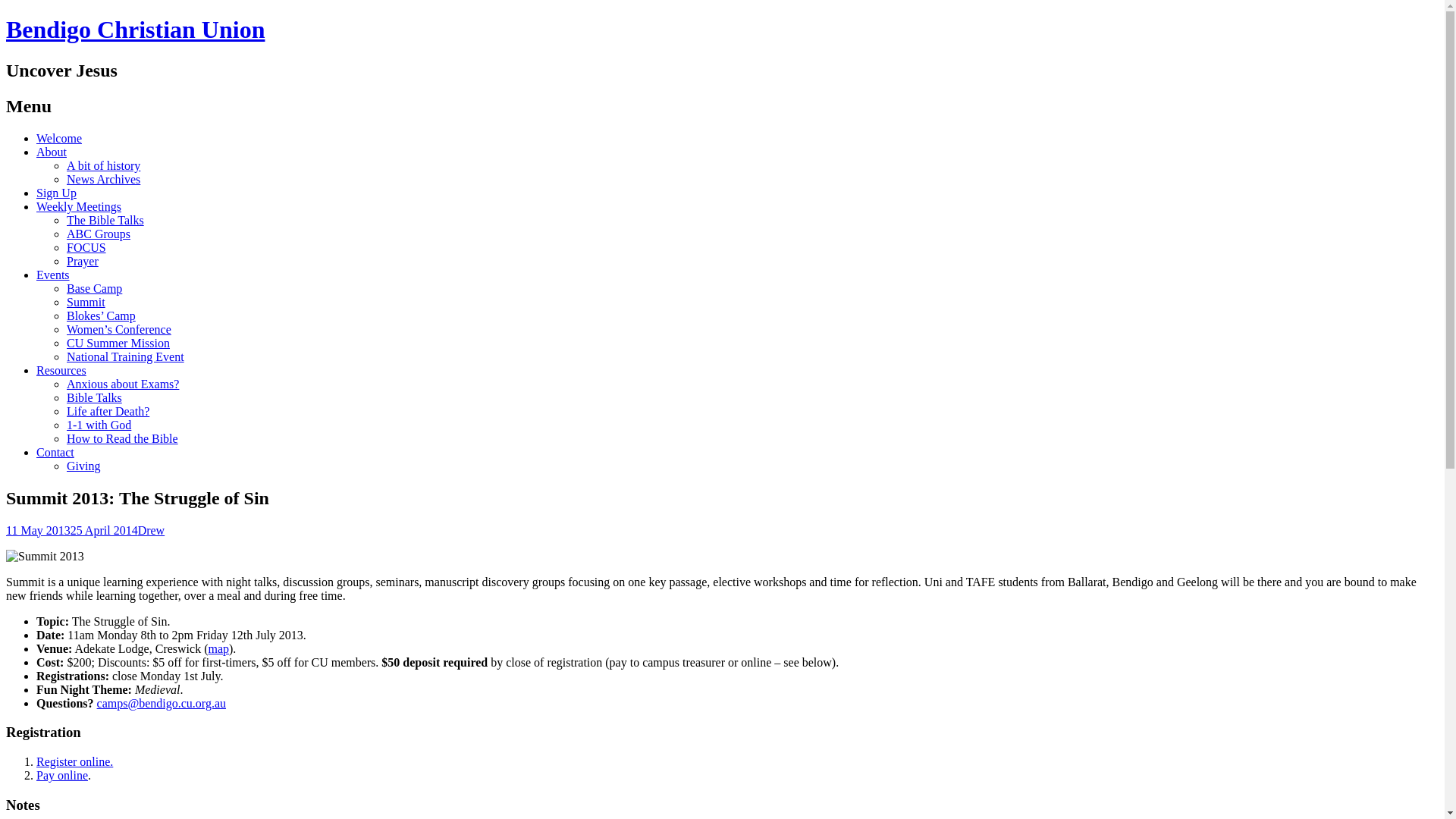 This screenshot has height=819, width=1456. Describe the element at coordinates (83, 465) in the screenshot. I see `'Giving'` at that location.